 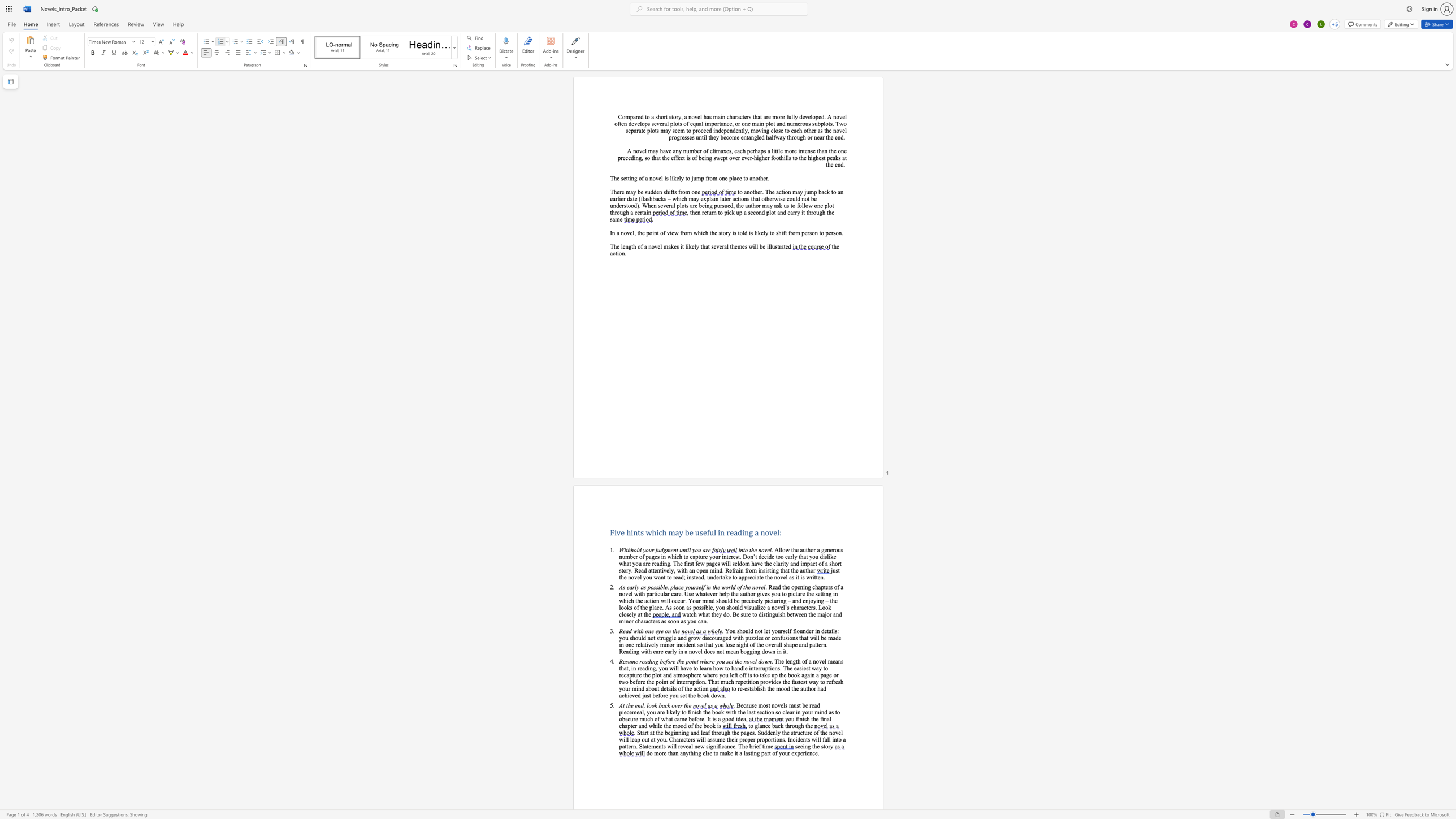 I want to click on the 1th character "i" in the text, so click(x=656, y=725).